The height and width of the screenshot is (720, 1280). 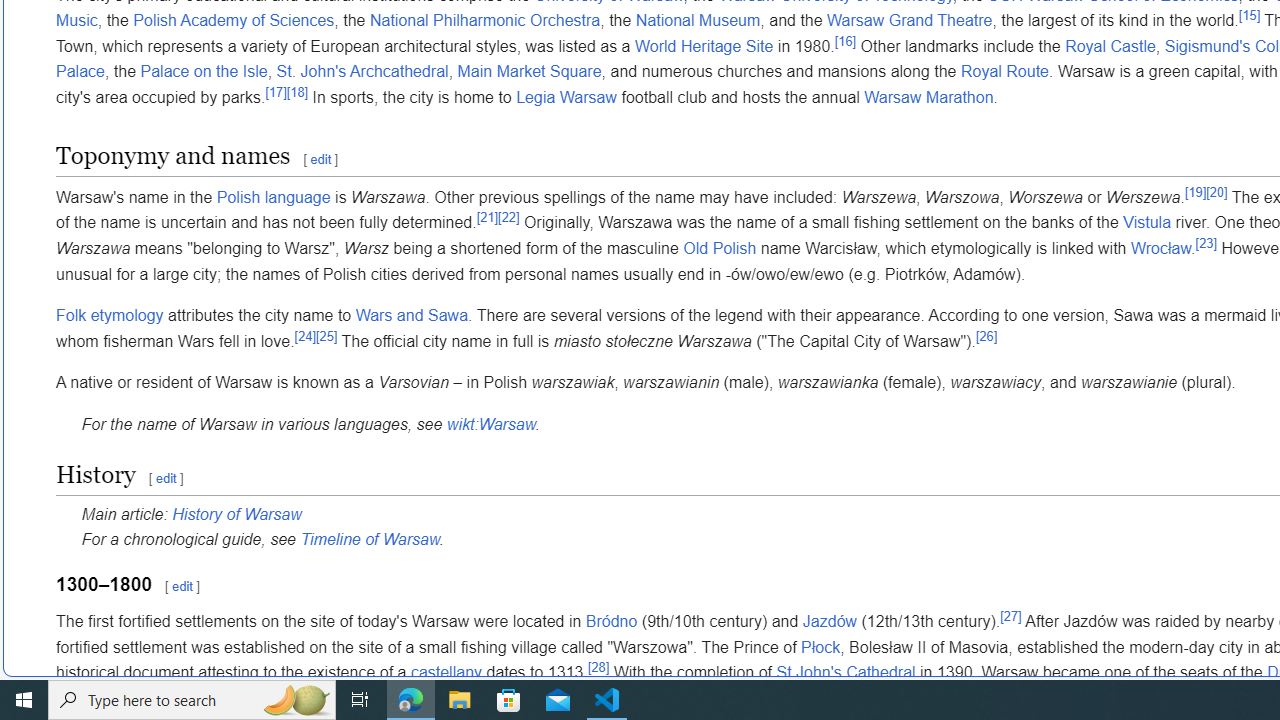 I want to click on 'wikt:Warsaw', so click(x=490, y=422).